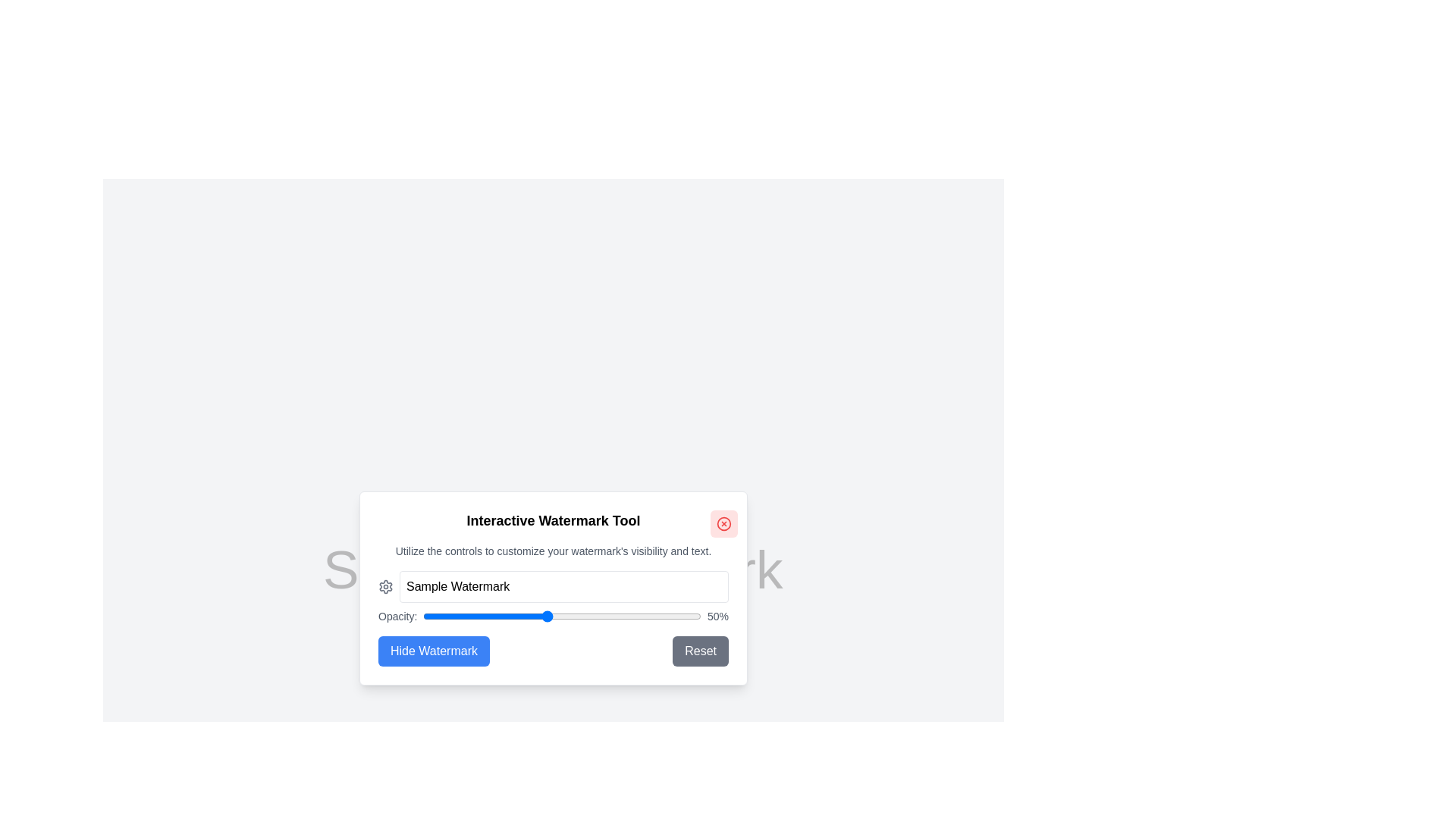 The image size is (1456, 819). I want to click on the 'Hide Watermark' button, which is a rectangular button with rounded corners and a blue background, located in the lower-left portion of the 'Interactive Watermark Tool' modal dialog, so click(433, 651).